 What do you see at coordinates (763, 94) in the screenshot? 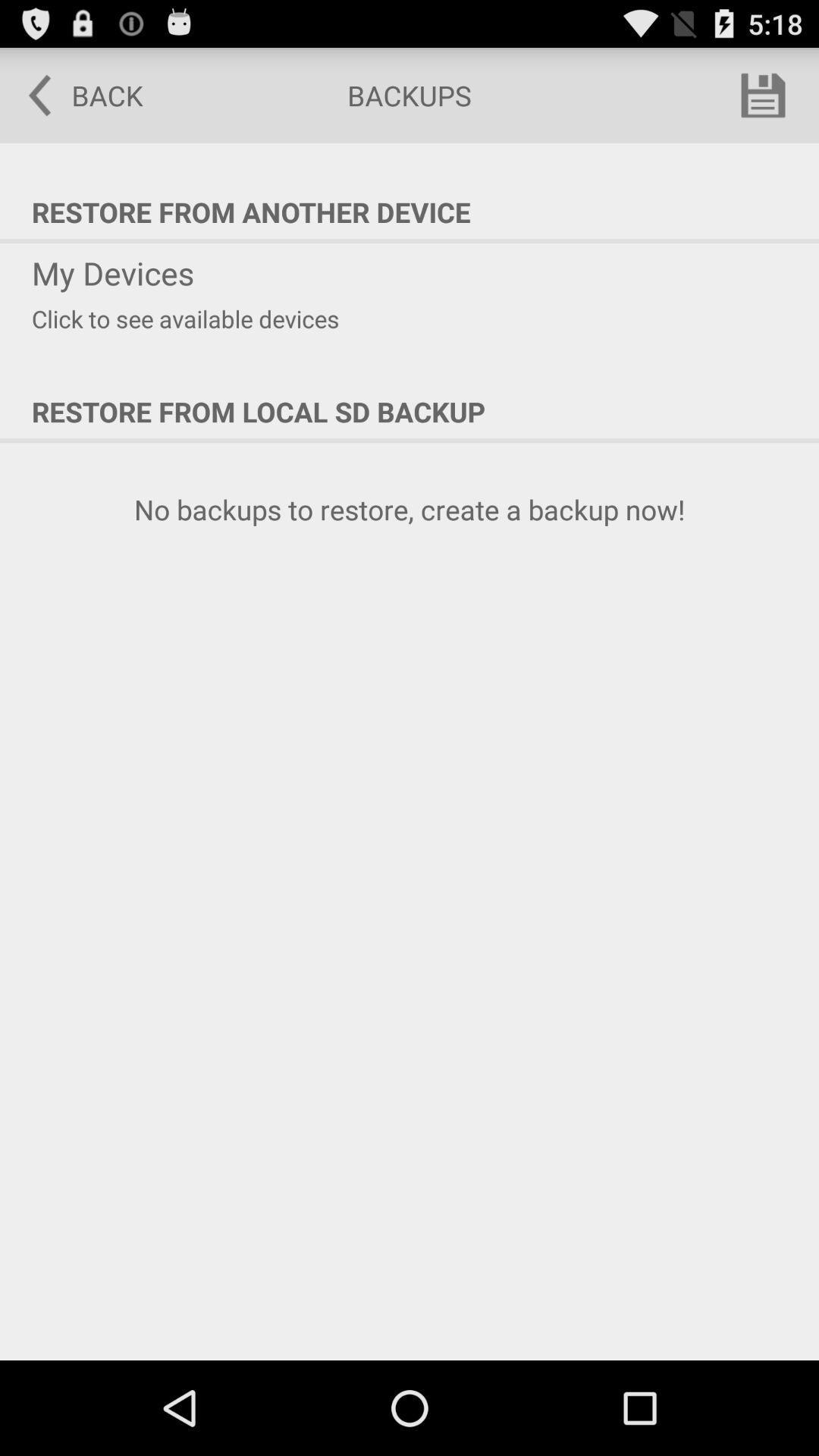
I see `information` at bounding box center [763, 94].